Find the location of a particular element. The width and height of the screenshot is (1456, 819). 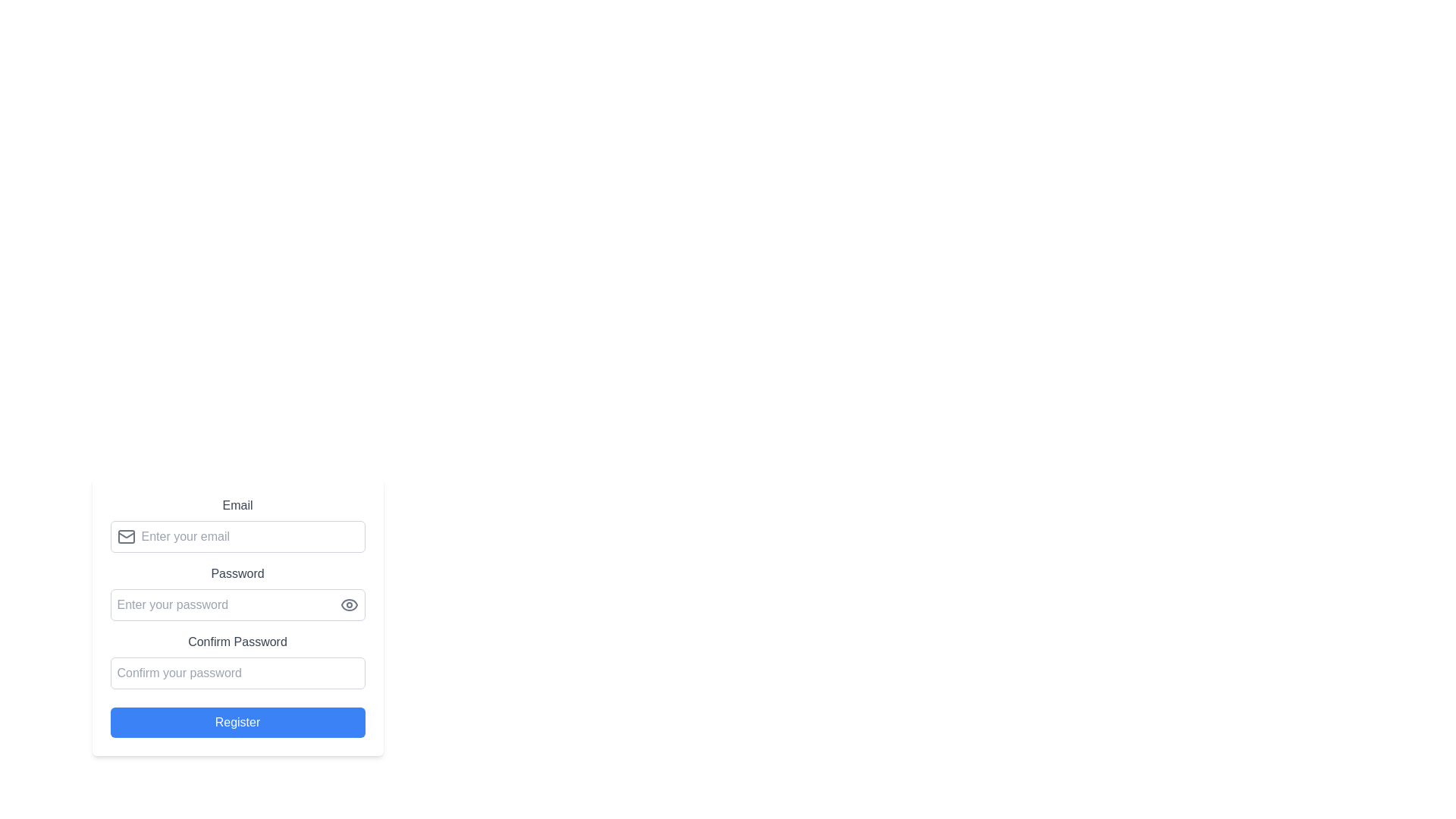

the password confirmation text label, which serves as a guide for the corresponding input field directly below it is located at coordinates (237, 642).